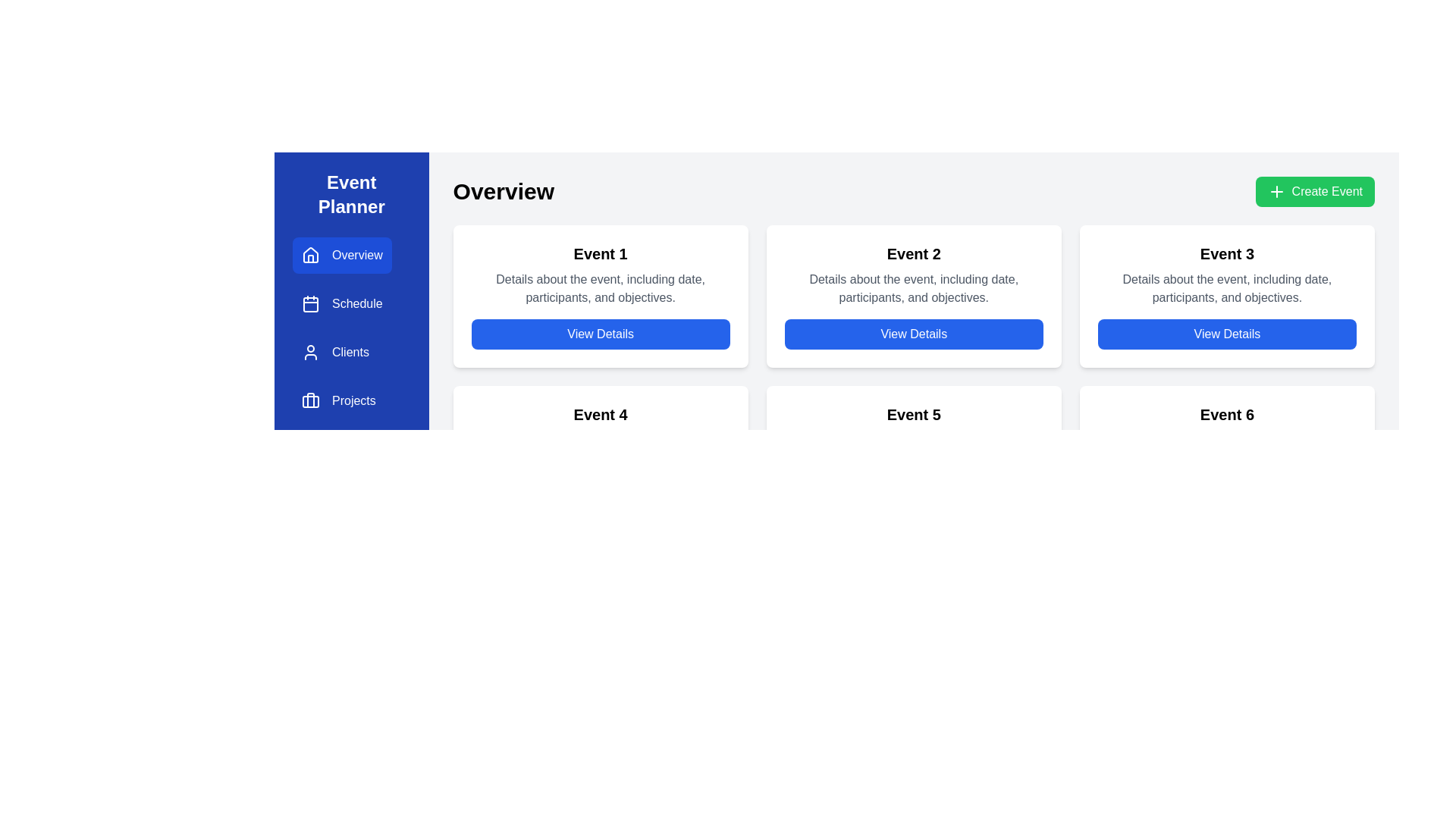 The image size is (1456, 819). What do you see at coordinates (600, 289) in the screenshot?
I see `the text description that contains 'Details about the event, including date, participants, and objectives.' located below the 'Event 1' title in the first card of the grid layout` at bounding box center [600, 289].